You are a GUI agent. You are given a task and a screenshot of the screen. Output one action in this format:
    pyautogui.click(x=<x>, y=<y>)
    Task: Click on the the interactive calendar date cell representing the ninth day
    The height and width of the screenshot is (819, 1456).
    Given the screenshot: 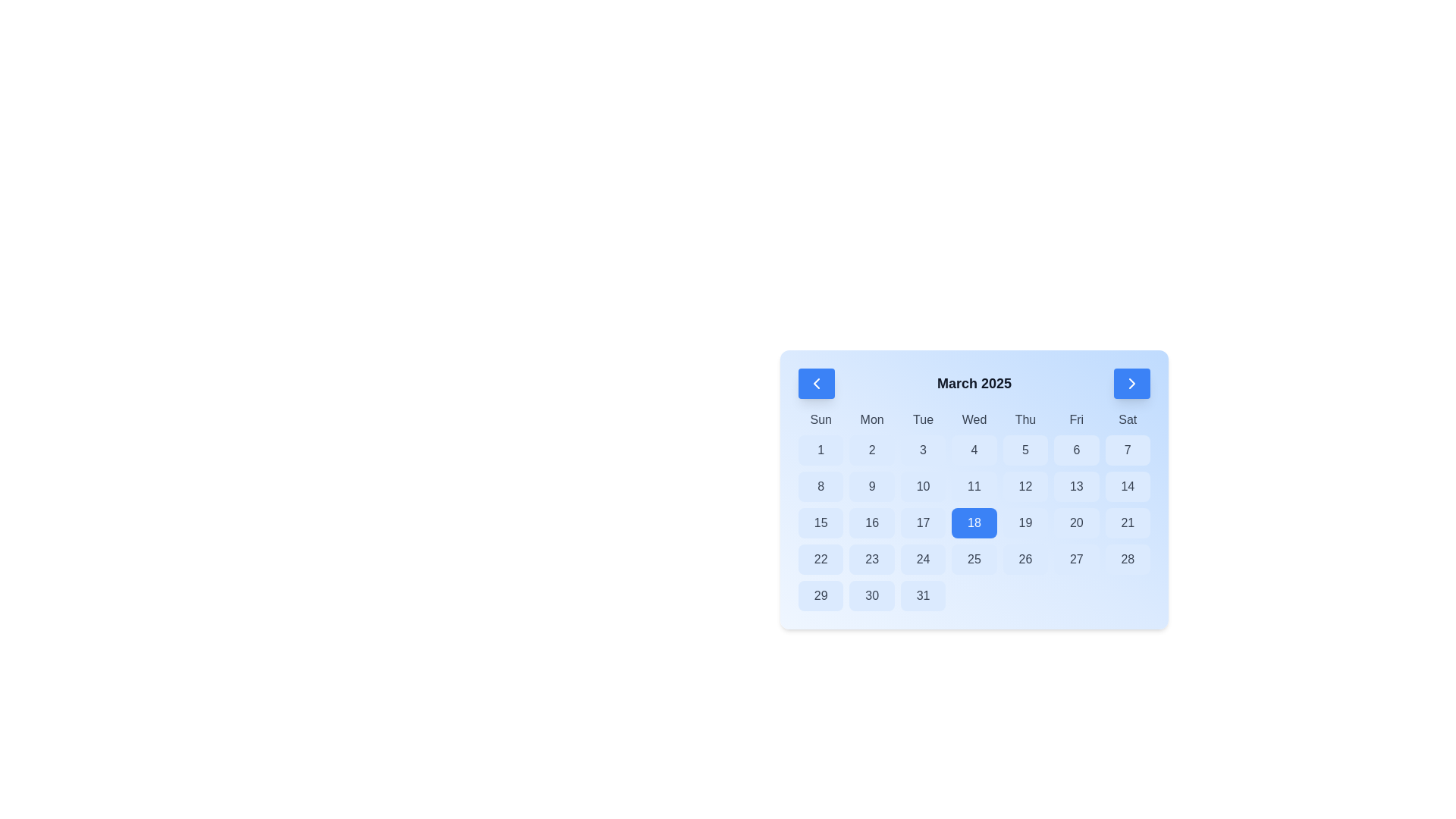 What is the action you would take?
    pyautogui.click(x=872, y=486)
    